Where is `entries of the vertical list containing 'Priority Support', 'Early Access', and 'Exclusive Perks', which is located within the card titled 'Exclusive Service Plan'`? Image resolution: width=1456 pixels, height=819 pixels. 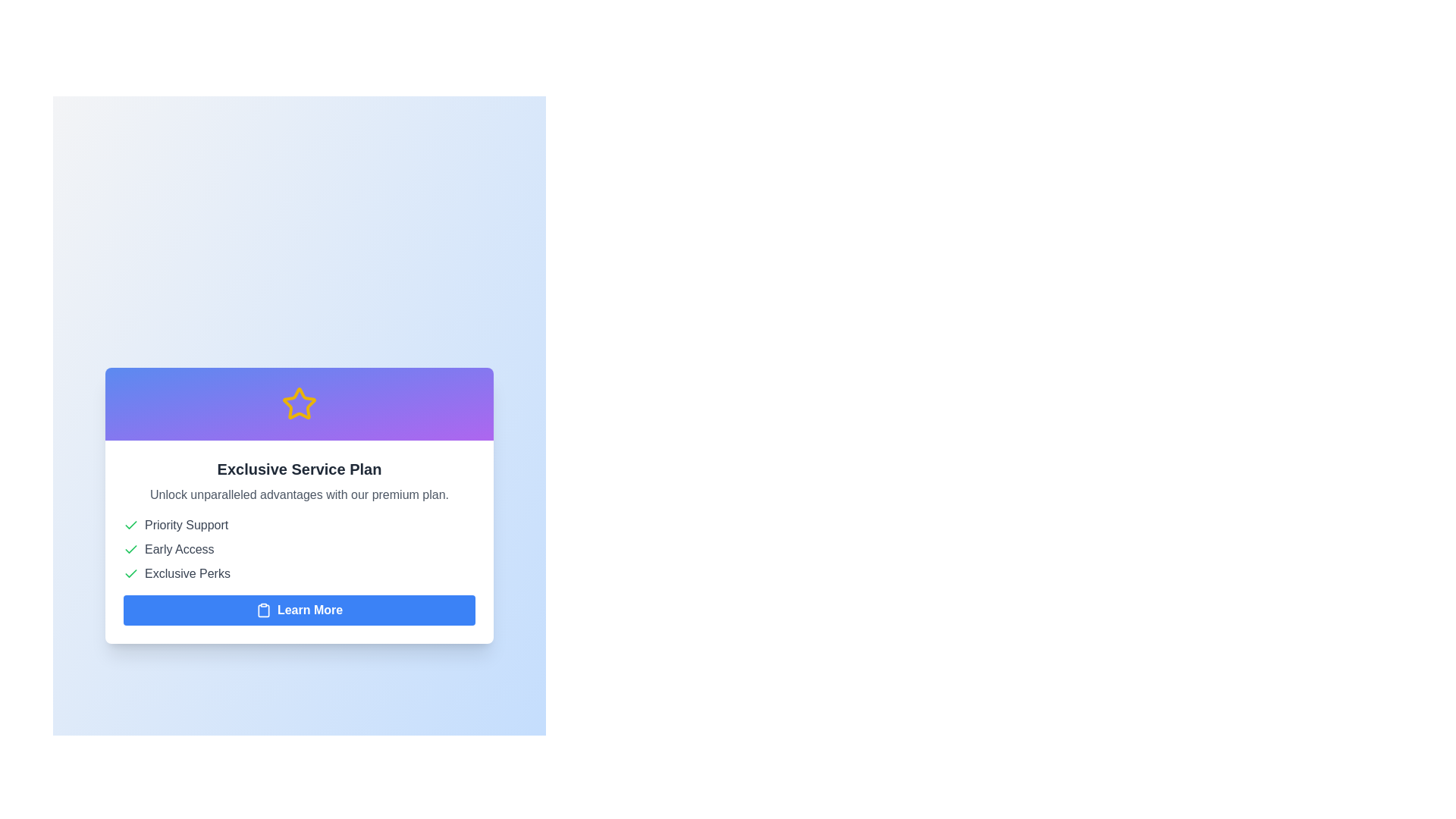
entries of the vertical list containing 'Priority Support', 'Early Access', and 'Exclusive Perks', which is located within the card titled 'Exclusive Service Plan' is located at coordinates (299, 550).